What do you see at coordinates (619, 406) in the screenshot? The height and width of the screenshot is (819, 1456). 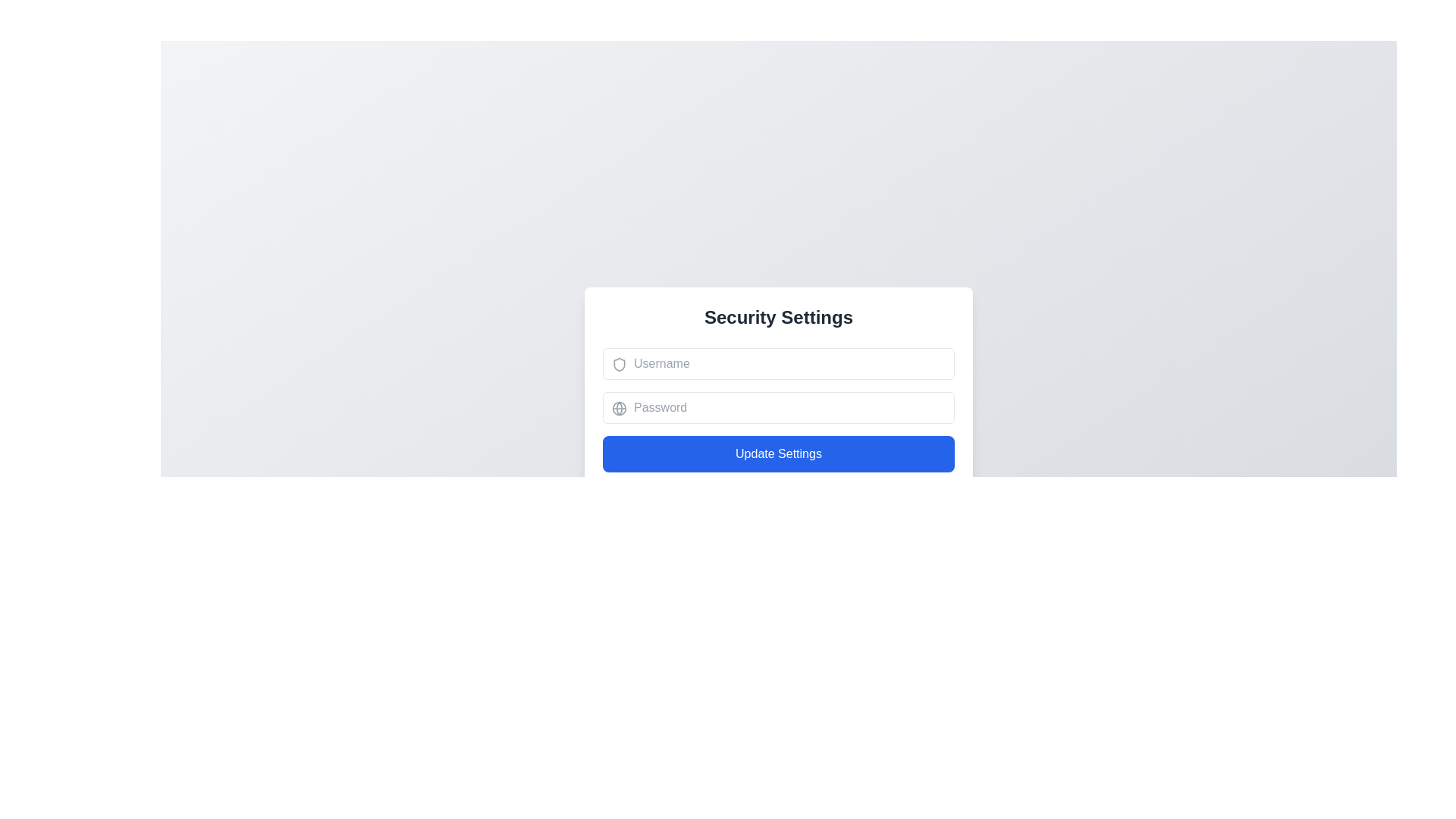 I see `the password indicator icon located at the left-hand side of the password input field` at bounding box center [619, 406].